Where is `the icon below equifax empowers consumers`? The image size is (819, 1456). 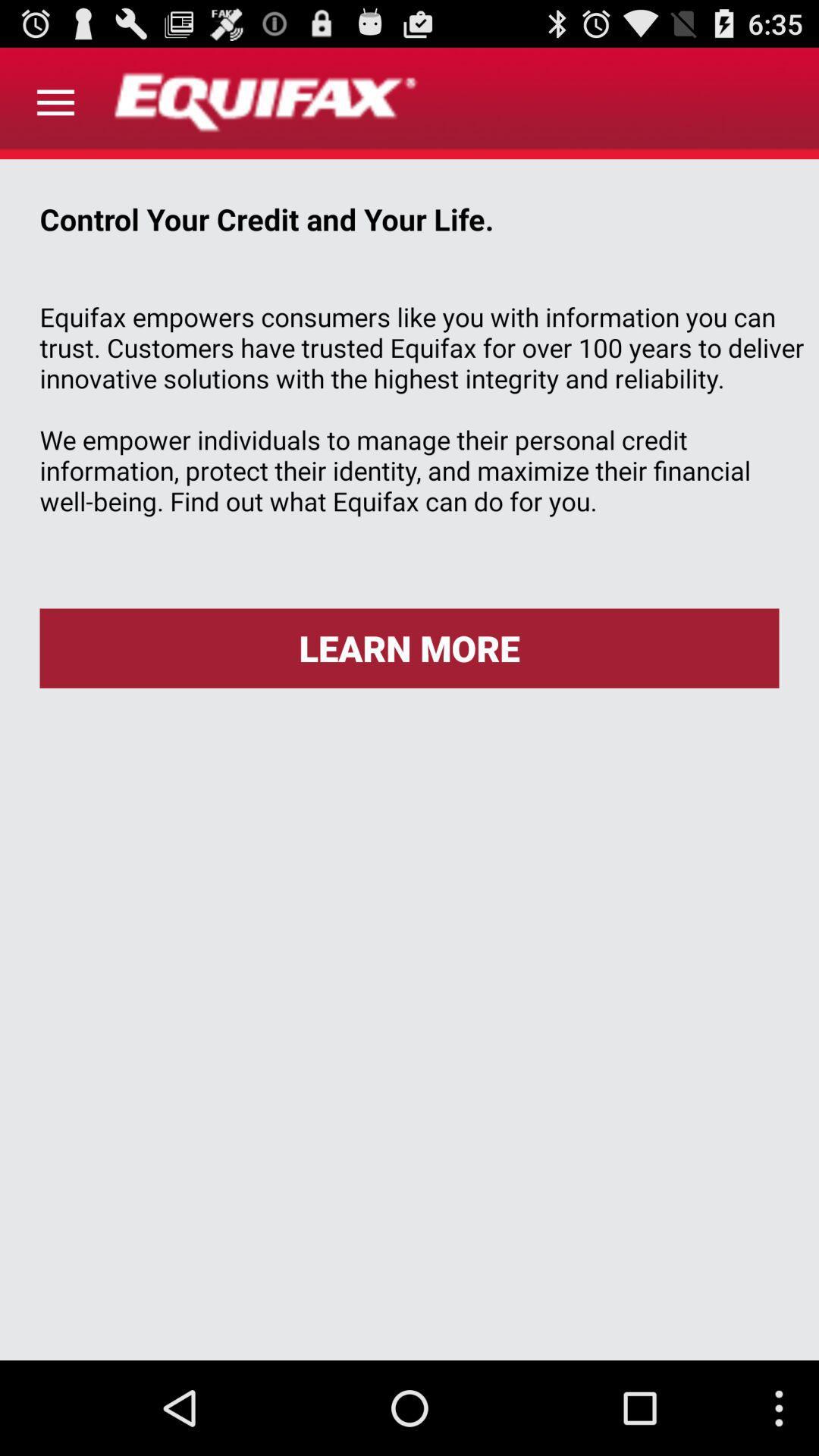
the icon below equifax empowers consumers is located at coordinates (409, 648).